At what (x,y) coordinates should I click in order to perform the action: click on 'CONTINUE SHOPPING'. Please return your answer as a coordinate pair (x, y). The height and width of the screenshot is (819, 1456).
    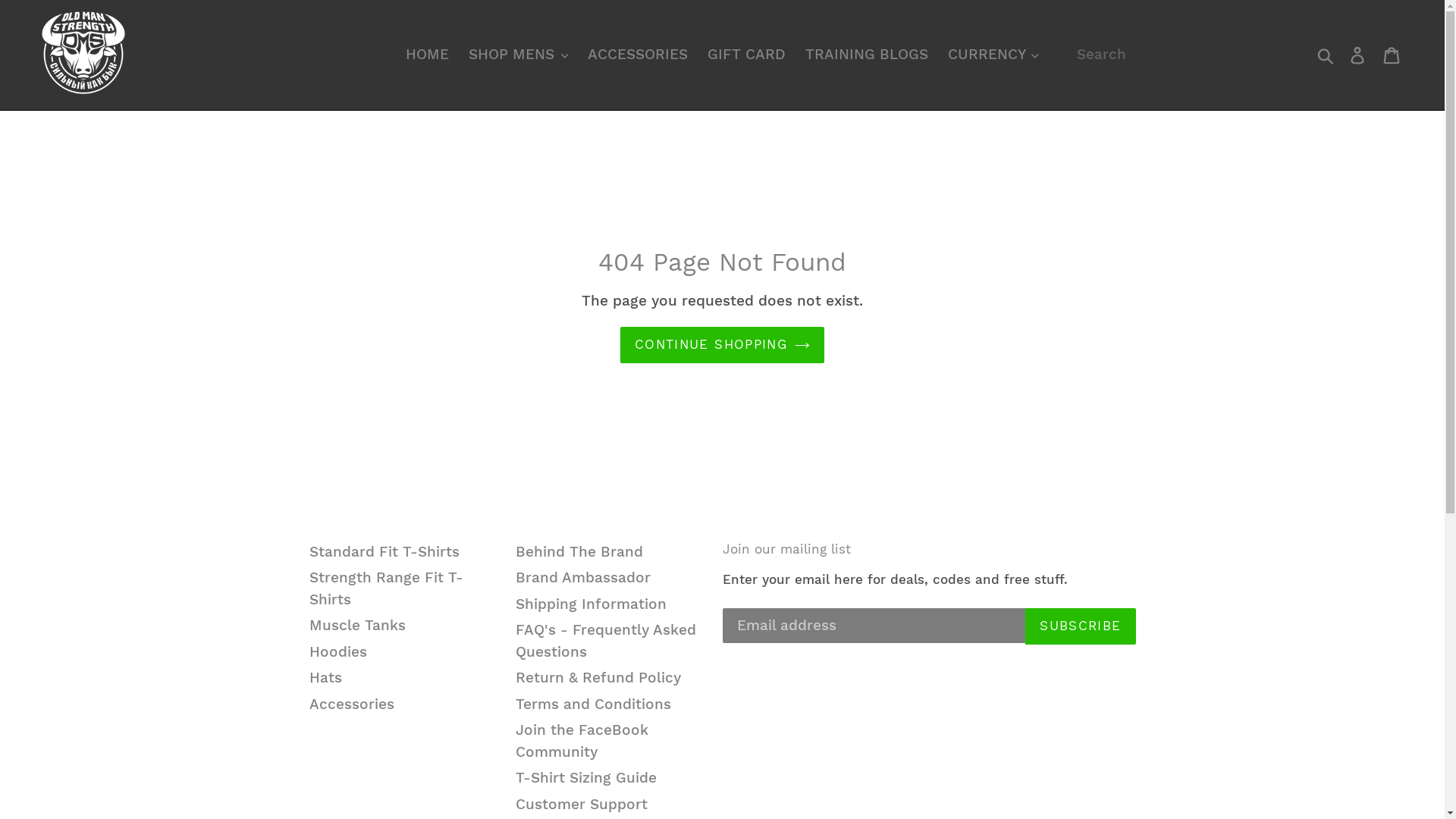
    Looking at the image, I should click on (721, 345).